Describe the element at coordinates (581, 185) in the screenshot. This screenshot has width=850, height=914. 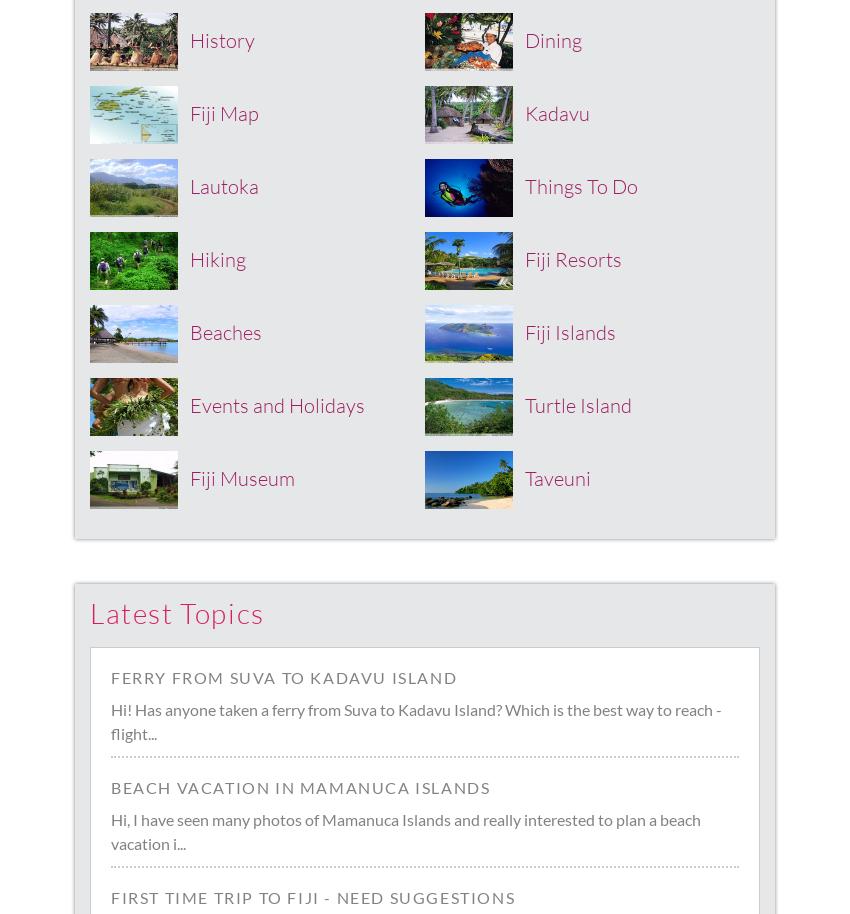
I see `'Things To Do'` at that location.